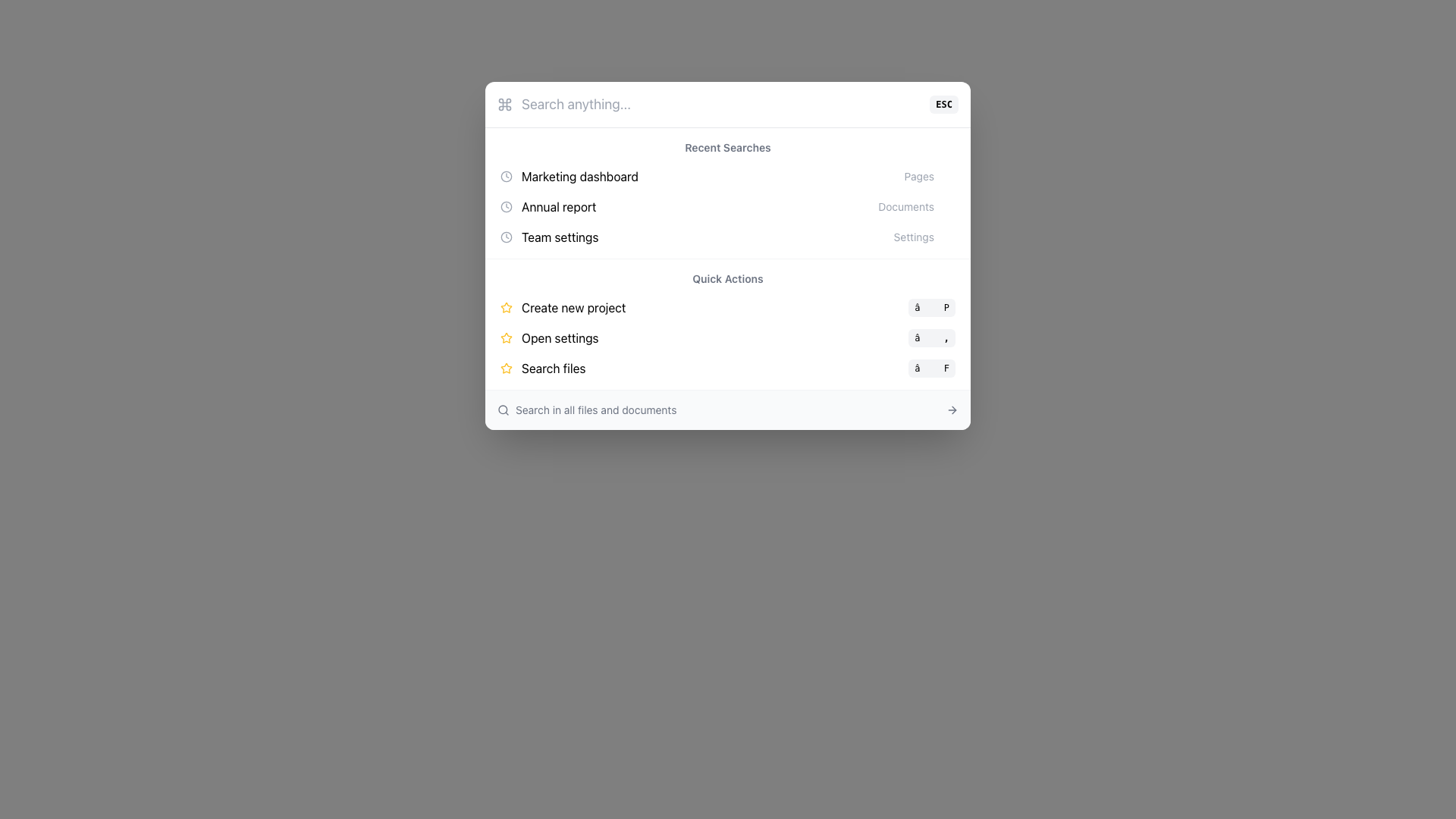  What do you see at coordinates (586, 409) in the screenshot?
I see `the descriptive label indicating search functionality located in the footer section of the search widget` at bounding box center [586, 409].